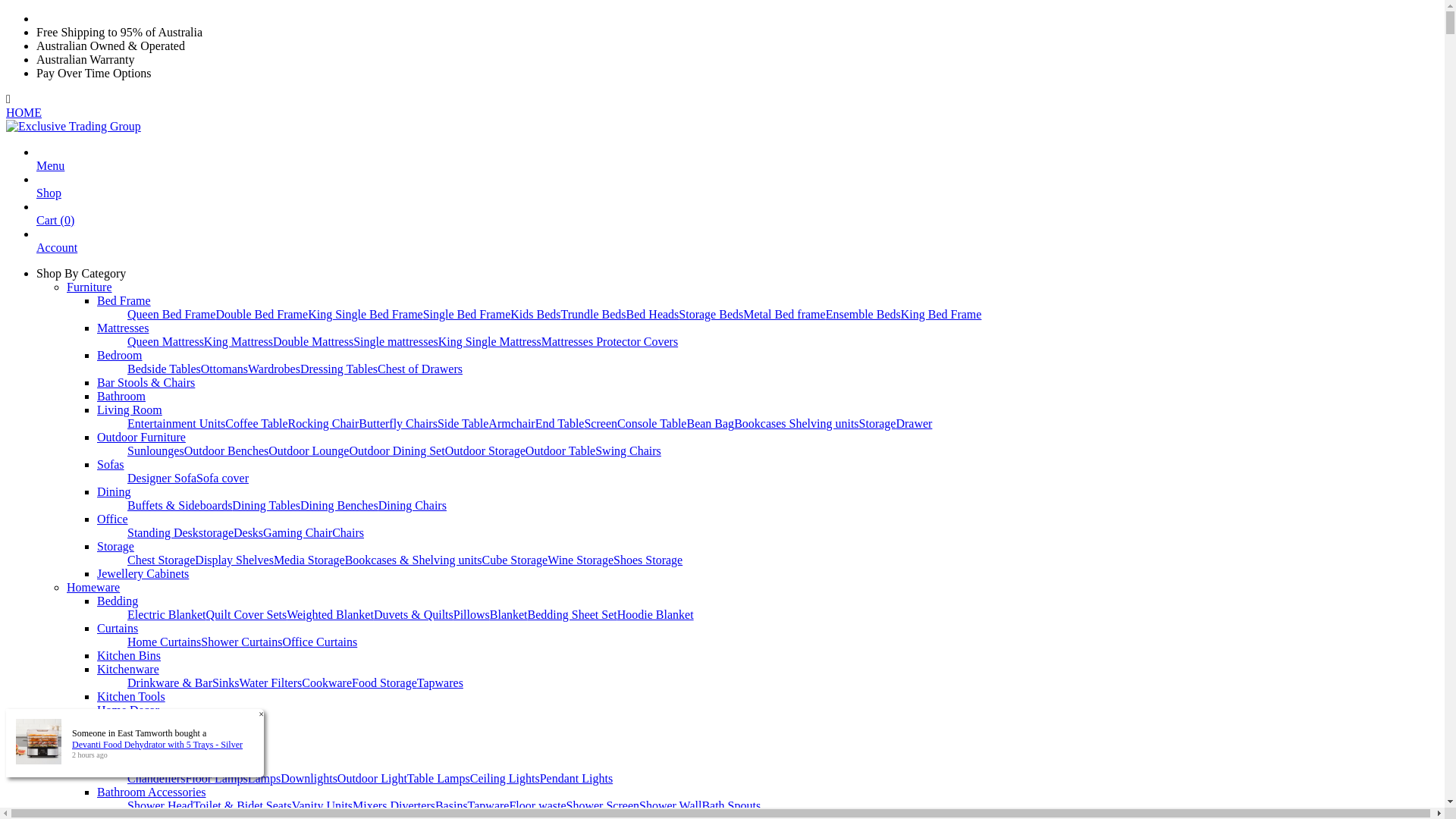  Describe the element at coordinates (117, 764) in the screenshot. I see `'Lighting'` at that location.